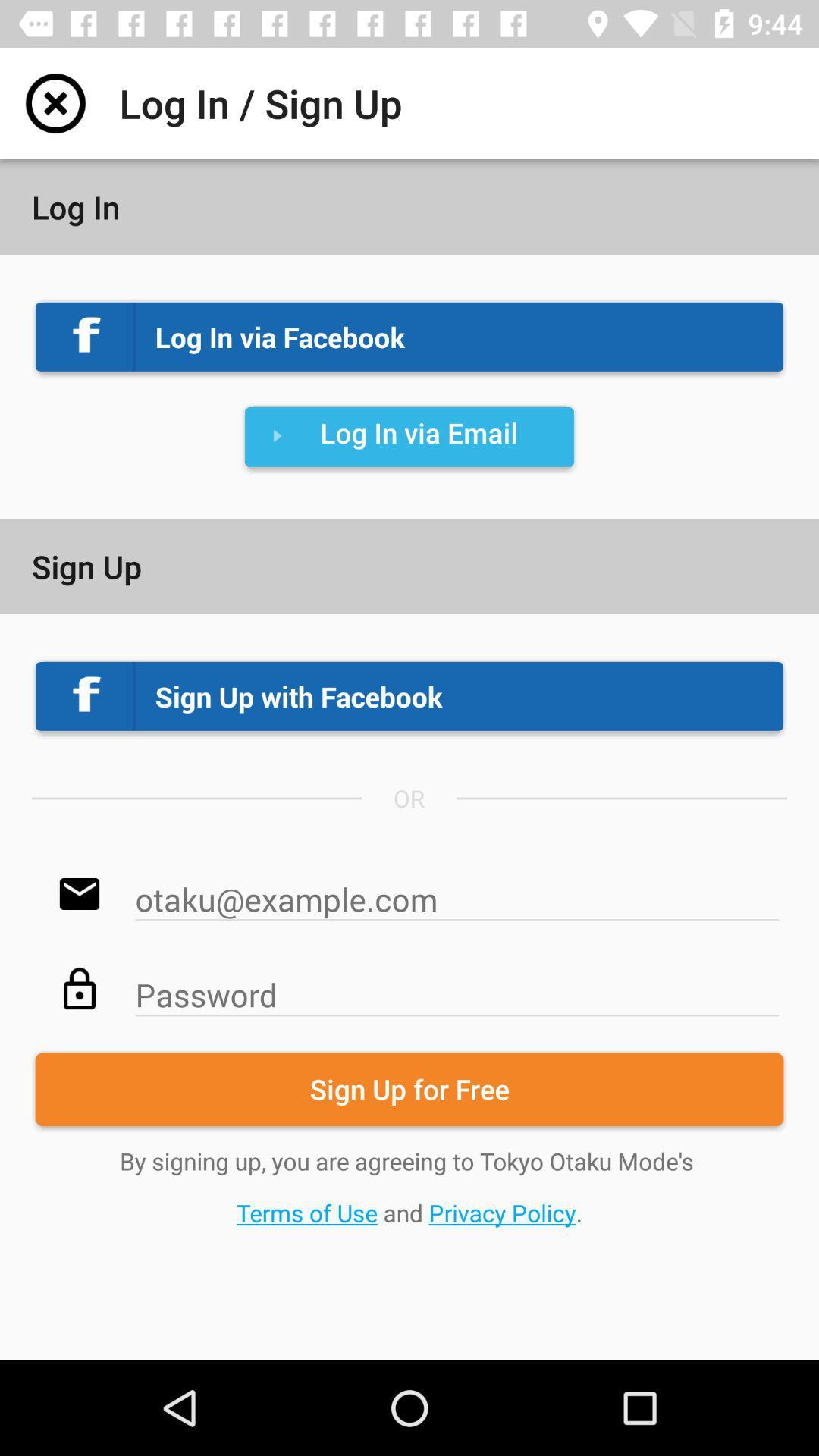 Image resolution: width=819 pixels, height=1456 pixels. I want to click on the icon above the log in item, so click(55, 102).